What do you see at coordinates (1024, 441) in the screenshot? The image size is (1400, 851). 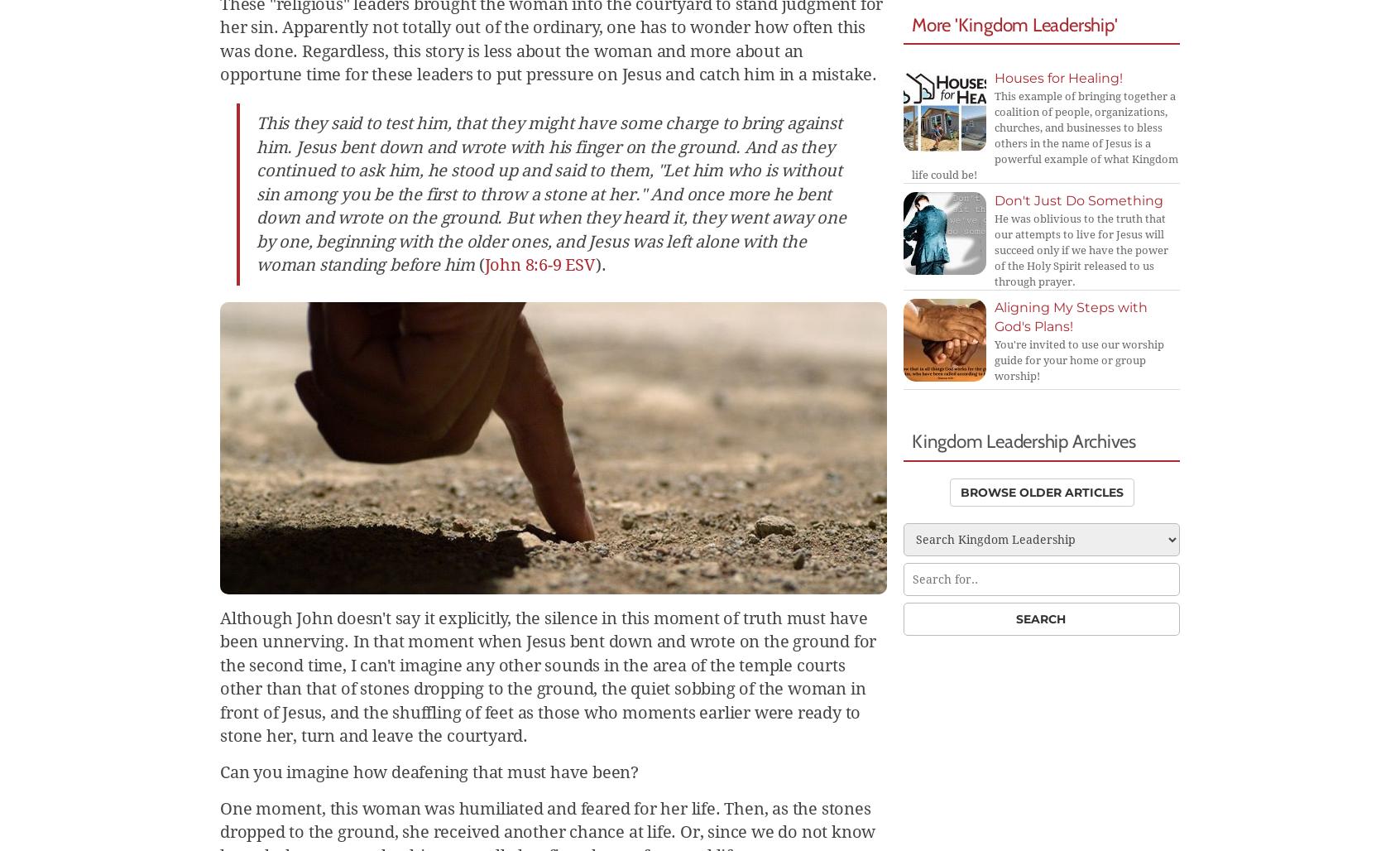 I see `'Kingdom Leadership Archives'` at bounding box center [1024, 441].